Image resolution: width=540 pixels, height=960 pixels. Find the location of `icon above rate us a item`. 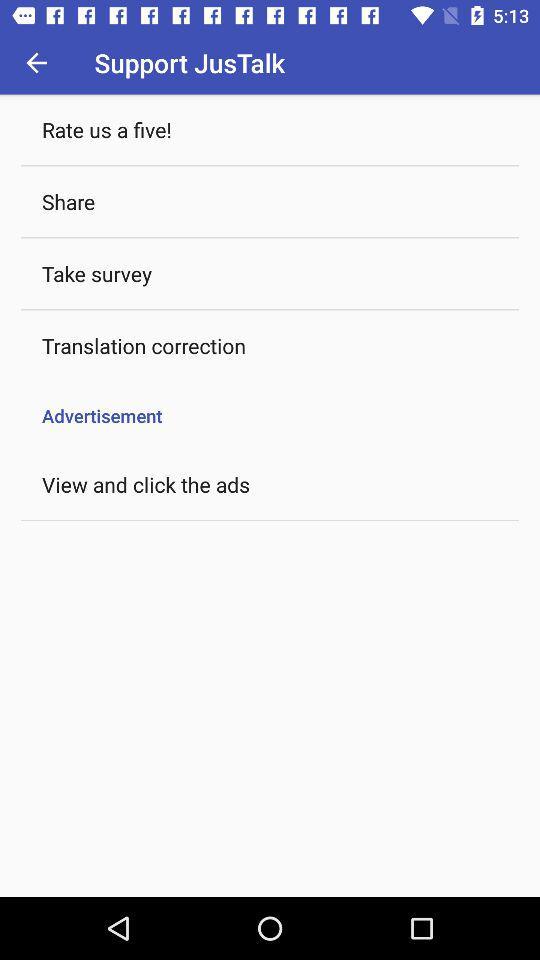

icon above rate us a item is located at coordinates (36, 62).